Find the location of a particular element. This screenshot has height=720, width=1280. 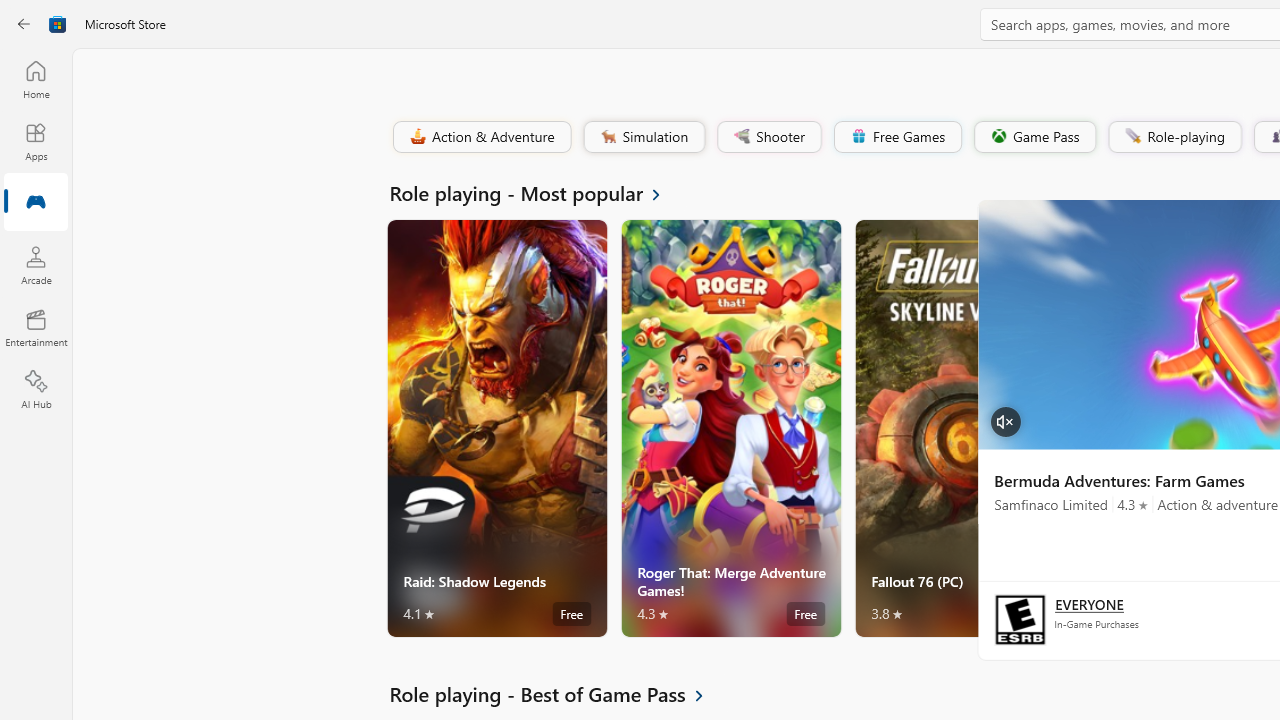

'Game Pass' is located at coordinates (1033, 135).